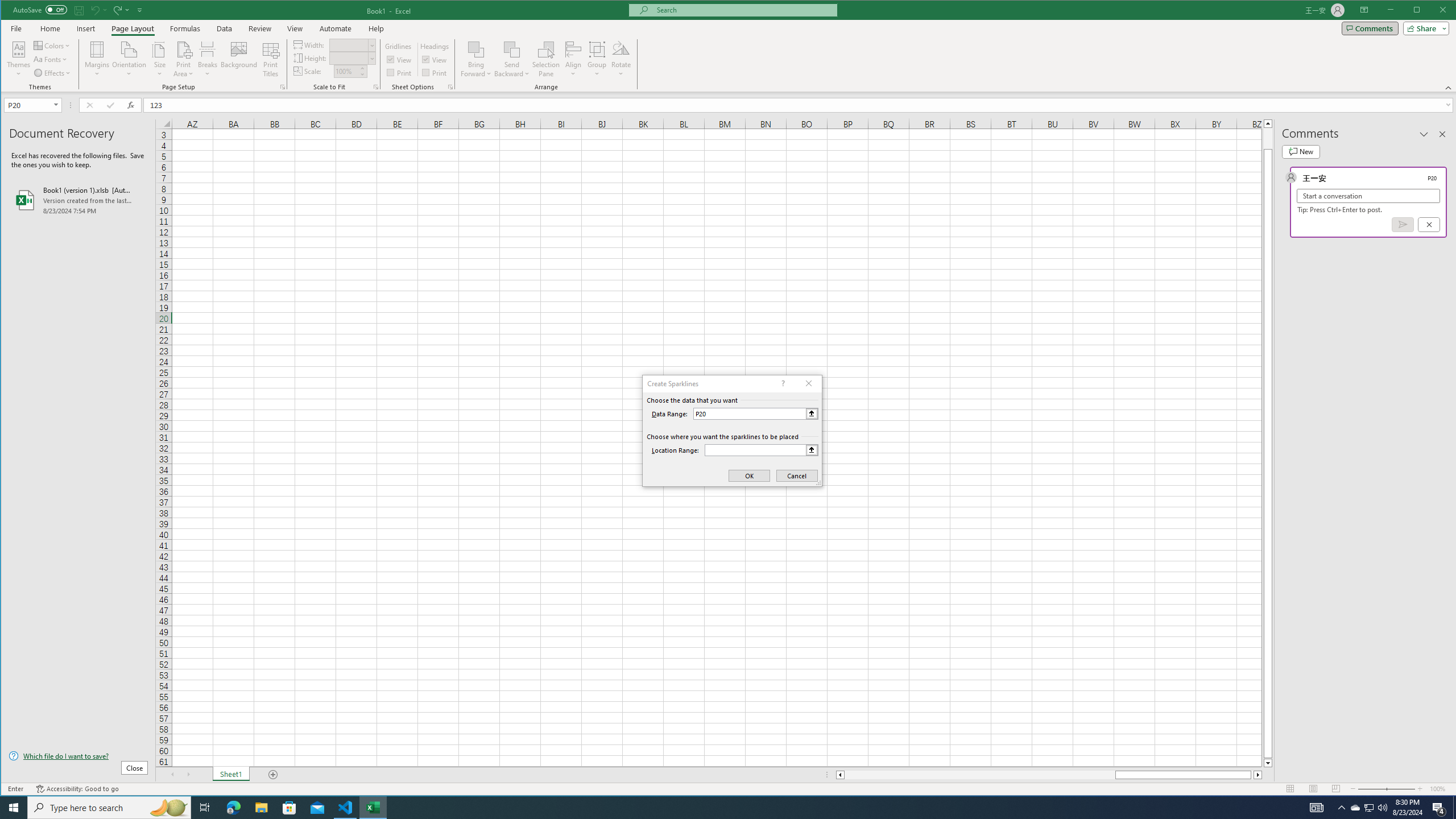 The height and width of the screenshot is (819, 1456). I want to click on 'Less', so click(361, 74).